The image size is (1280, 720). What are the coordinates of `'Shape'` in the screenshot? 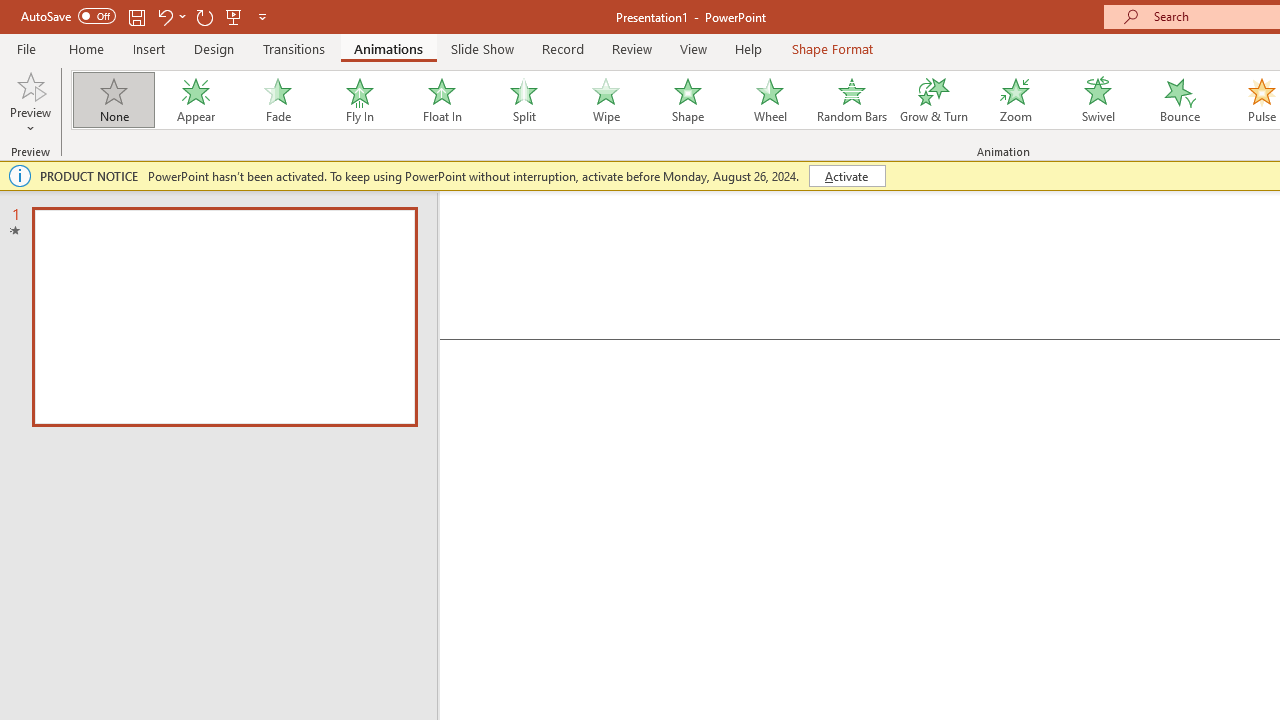 It's located at (688, 100).